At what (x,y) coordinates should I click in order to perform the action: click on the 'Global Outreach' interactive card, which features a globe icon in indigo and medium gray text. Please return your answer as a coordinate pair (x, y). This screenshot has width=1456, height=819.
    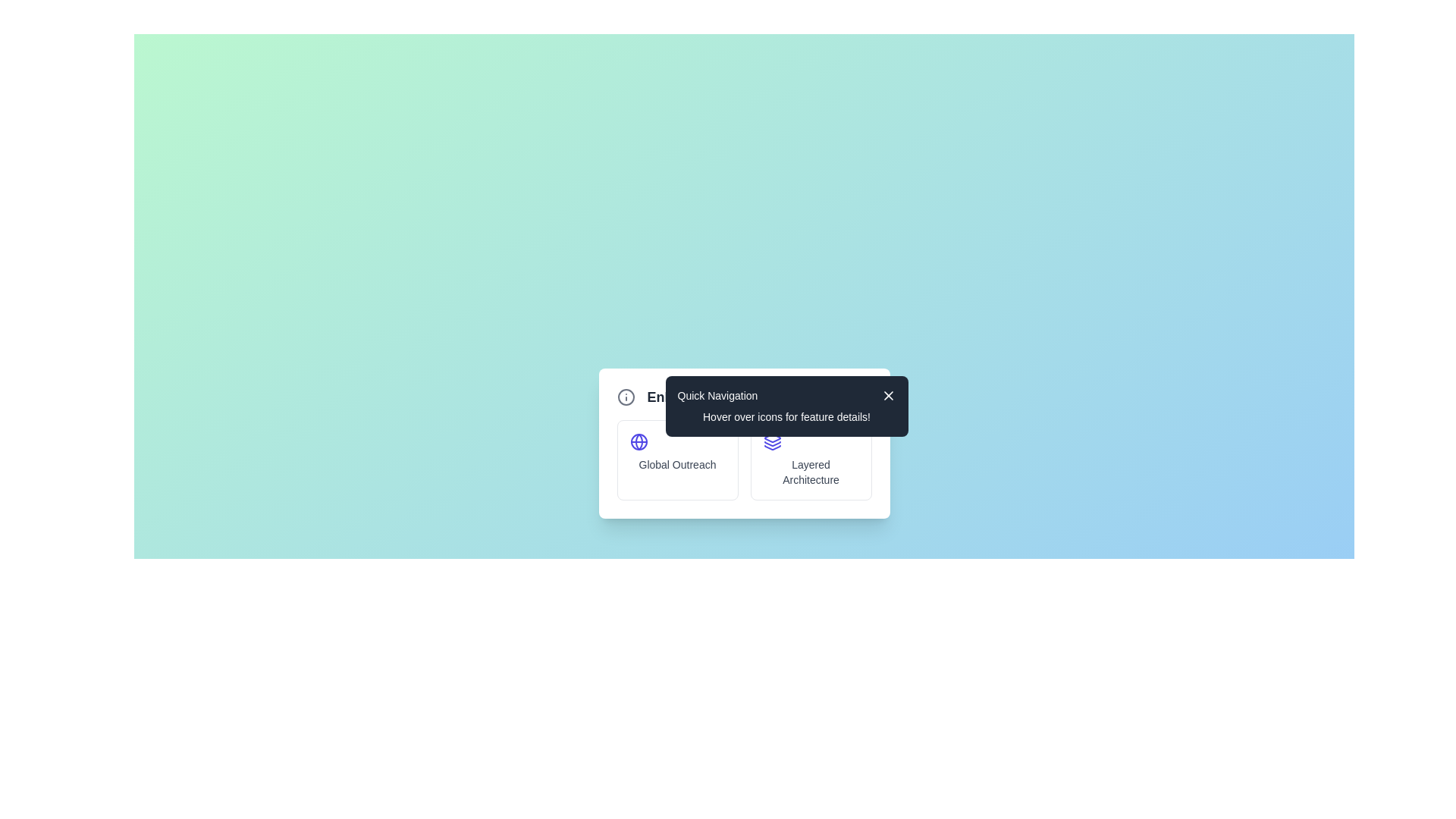
    Looking at the image, I should click on (676, 459).